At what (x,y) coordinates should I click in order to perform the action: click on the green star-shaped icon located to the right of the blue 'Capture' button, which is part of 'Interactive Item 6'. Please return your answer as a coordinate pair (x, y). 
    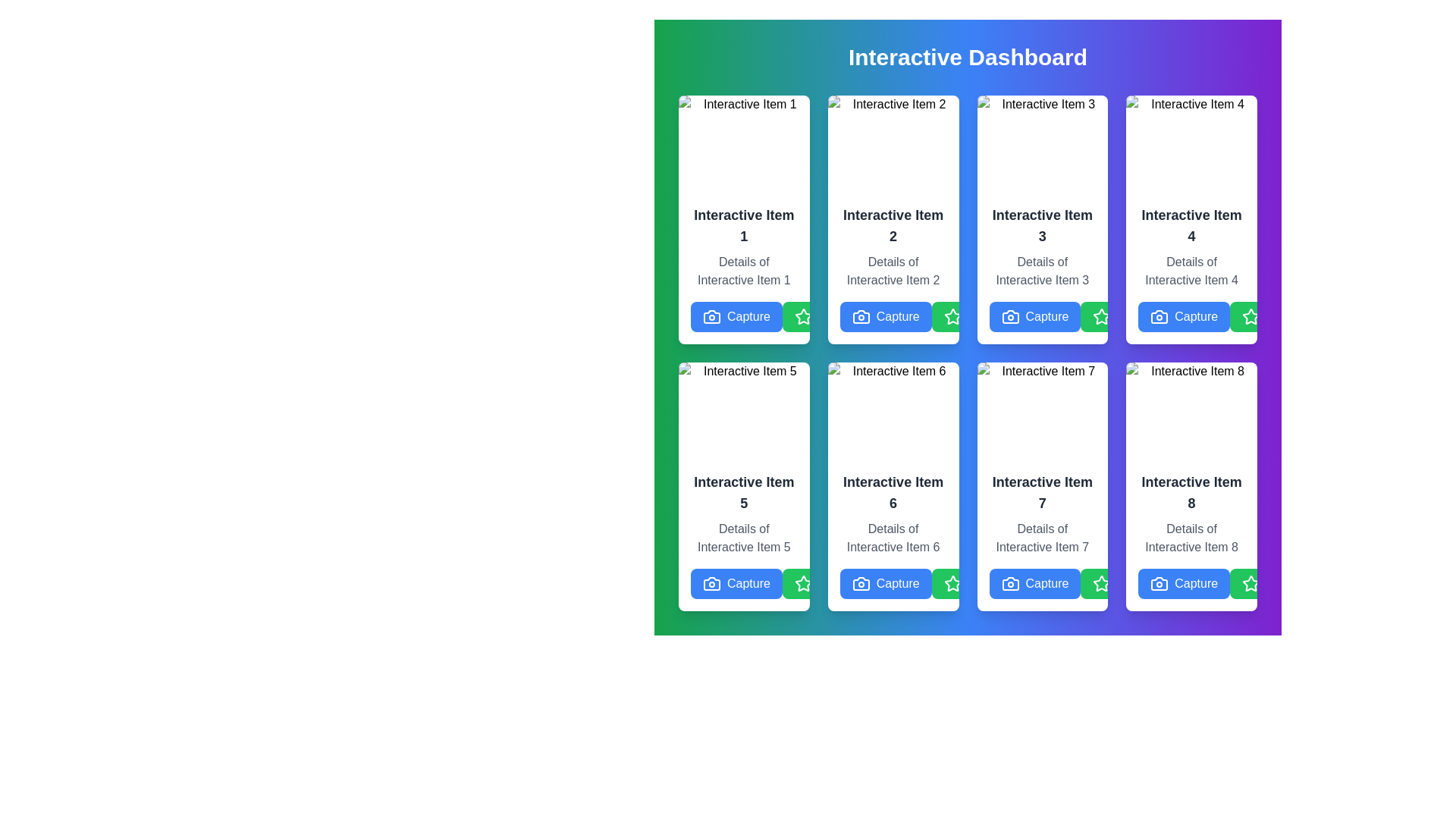
    Looking at the image, I should click on (952, 582).